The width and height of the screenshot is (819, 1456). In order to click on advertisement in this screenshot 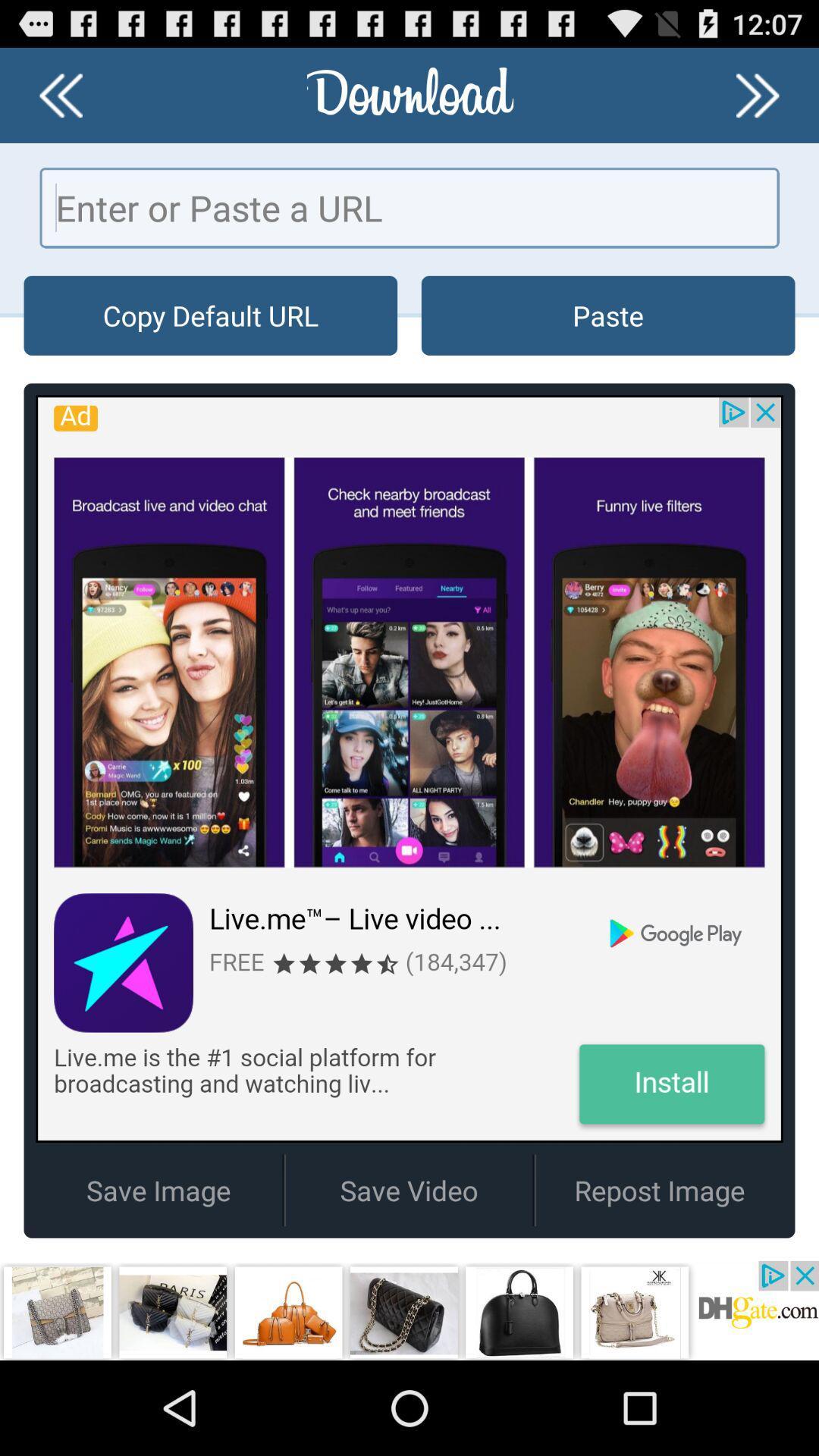, I will do `click(409, 1310)`.